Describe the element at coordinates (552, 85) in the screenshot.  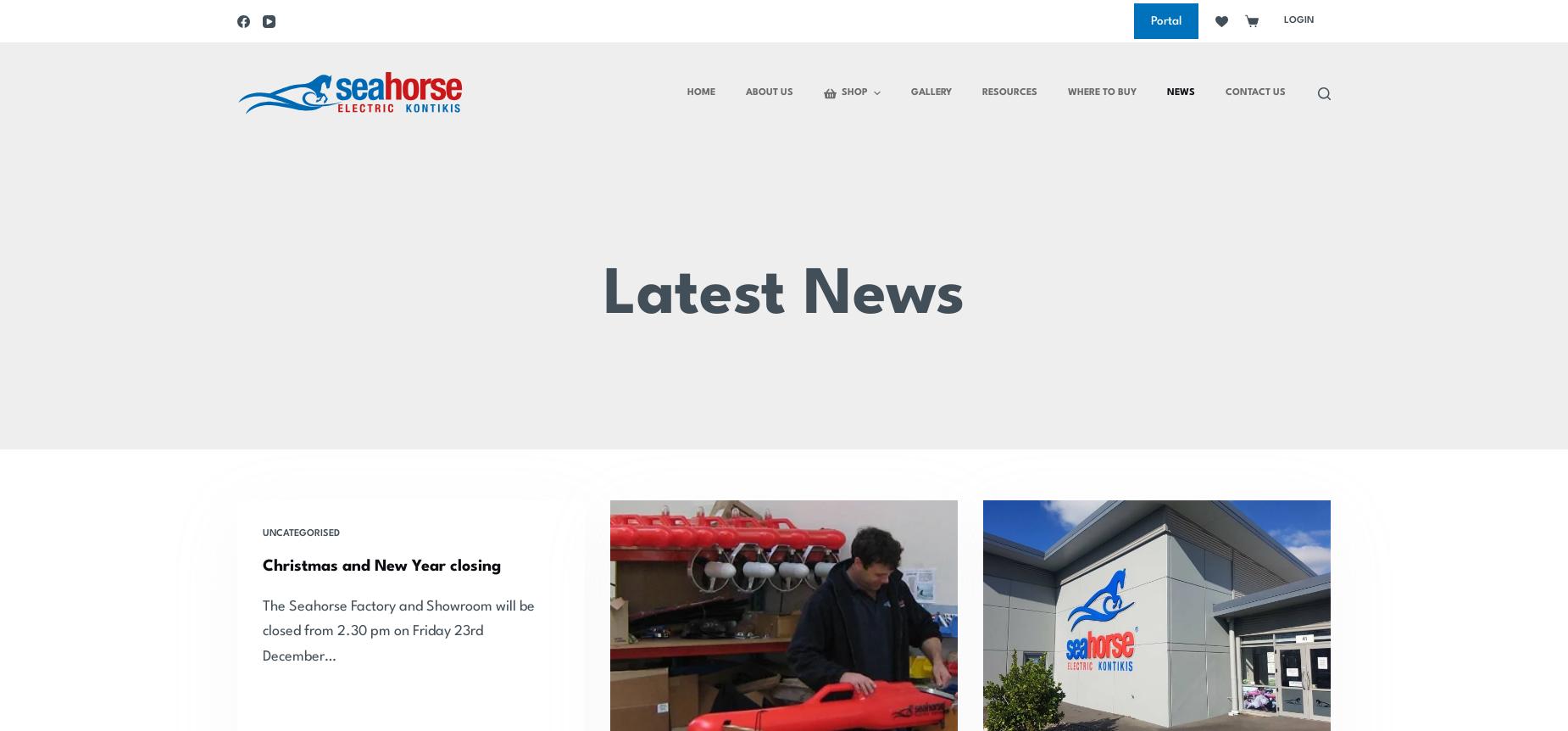
I see `'Winch'` at that location.